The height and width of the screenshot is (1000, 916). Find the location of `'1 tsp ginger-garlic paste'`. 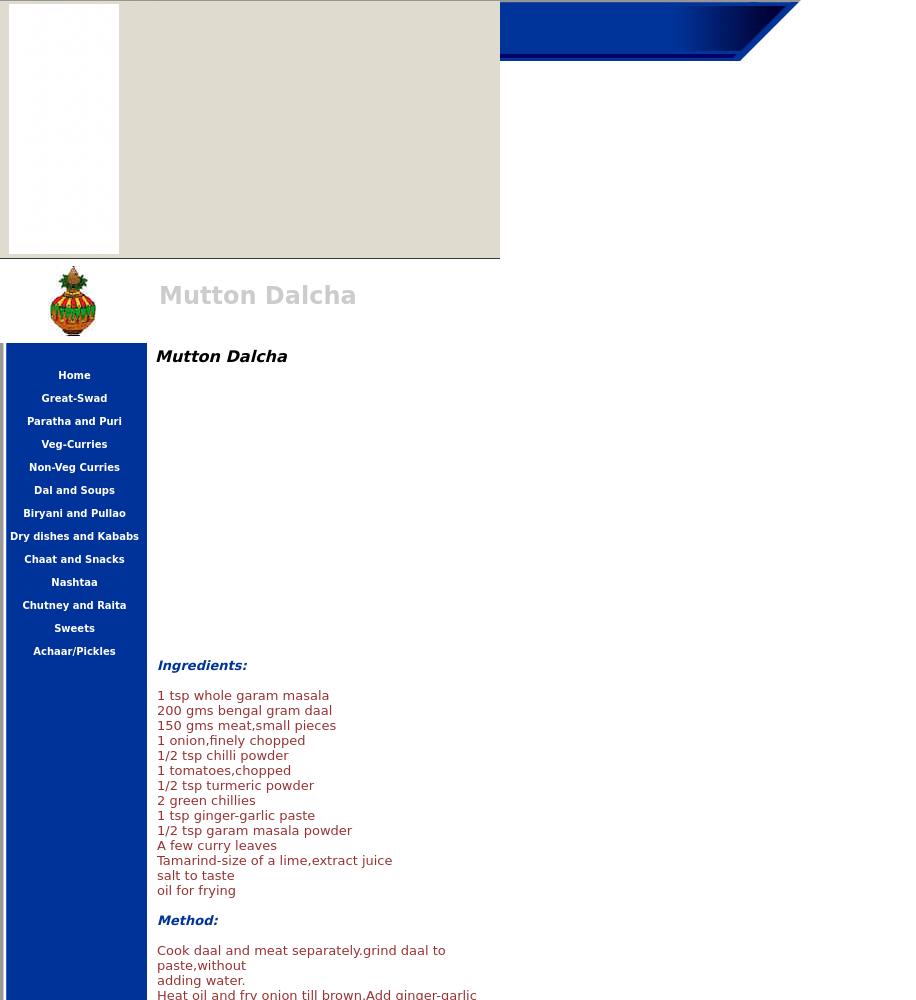

'1 tsp ginger-garlic paste' is located at coordinates (235, 814).